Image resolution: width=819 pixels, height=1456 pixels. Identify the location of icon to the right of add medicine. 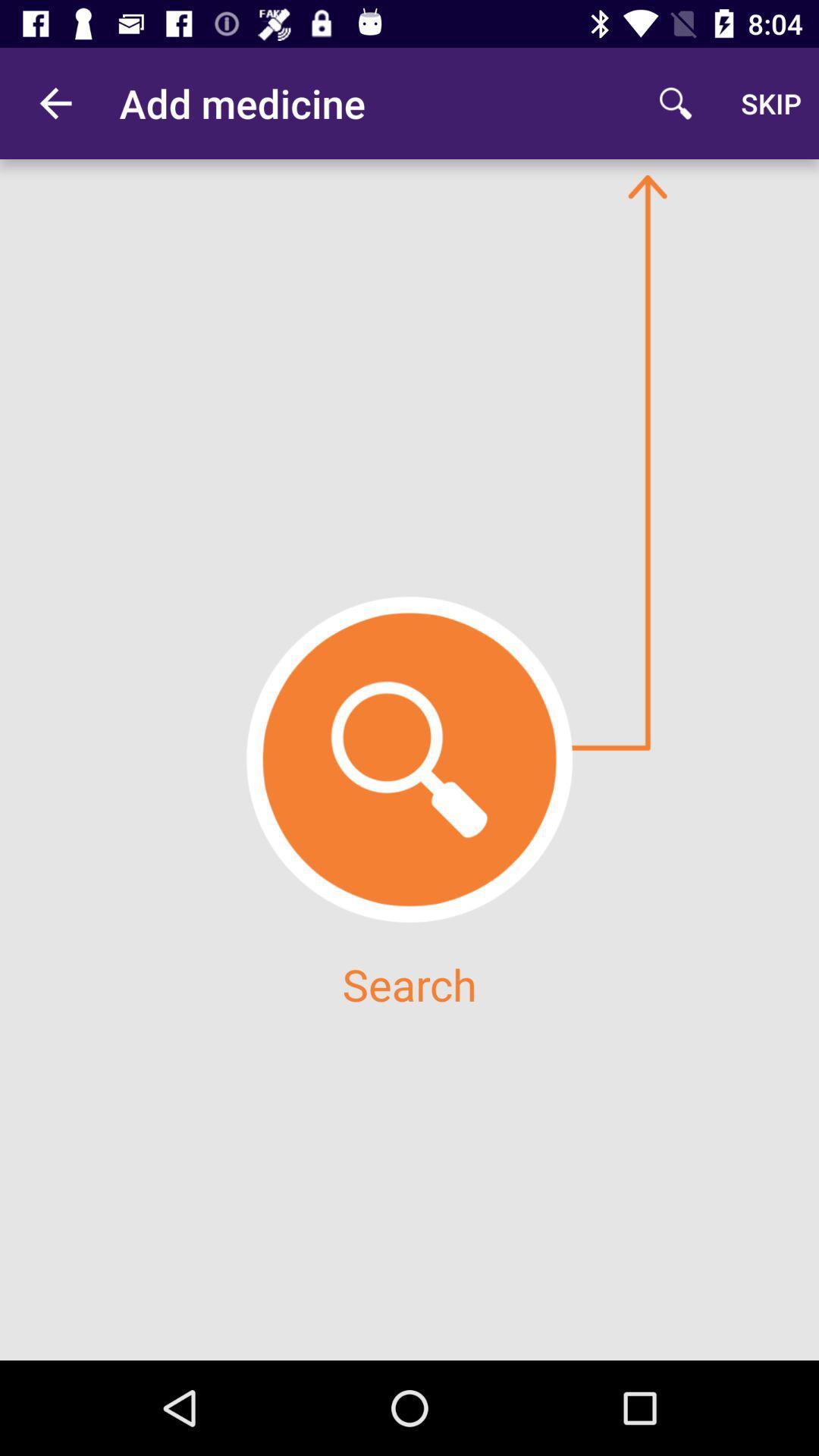
(675, 102).